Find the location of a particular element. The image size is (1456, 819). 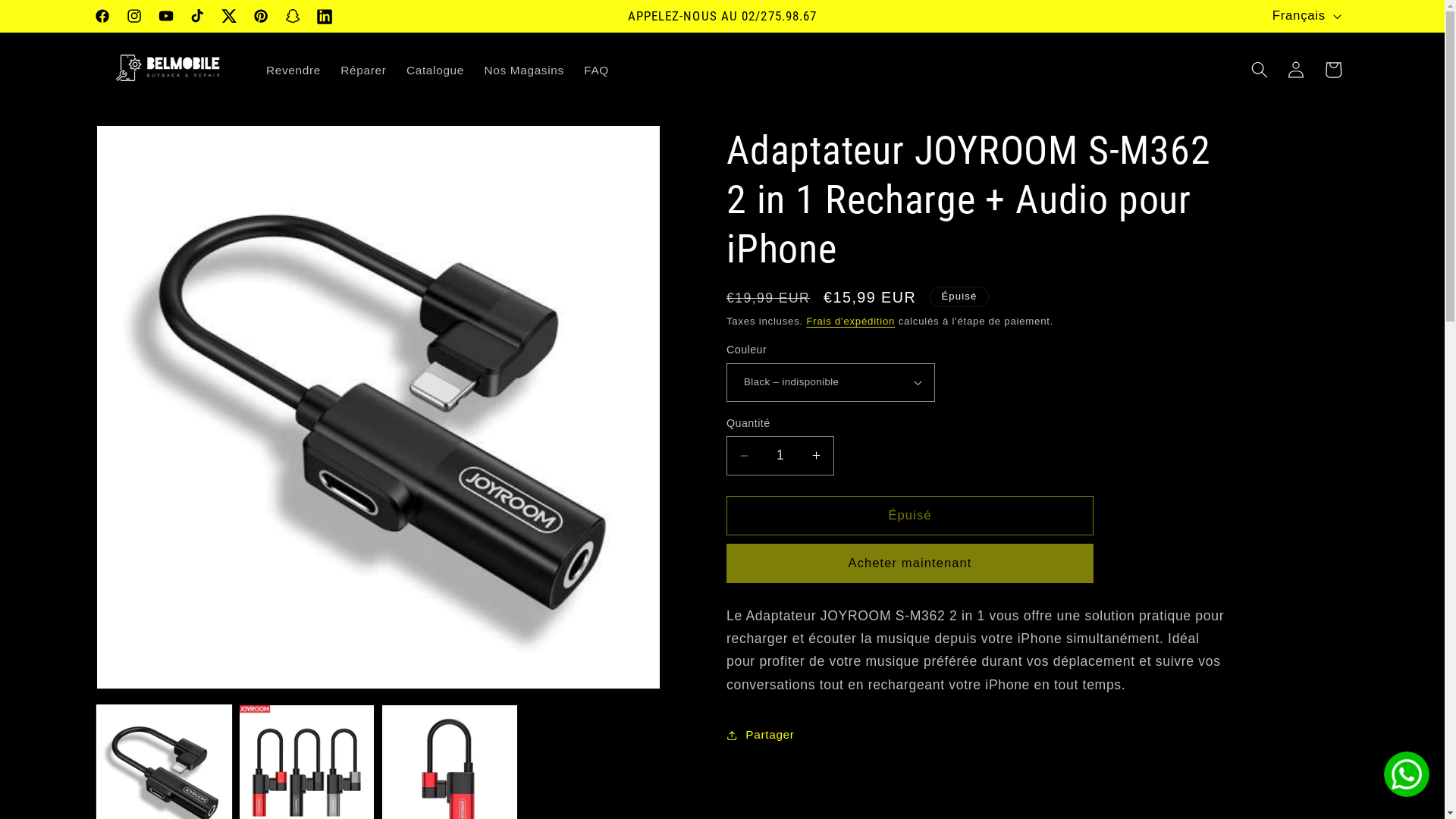

'Connexion' is located at coordinates (1294, 70).